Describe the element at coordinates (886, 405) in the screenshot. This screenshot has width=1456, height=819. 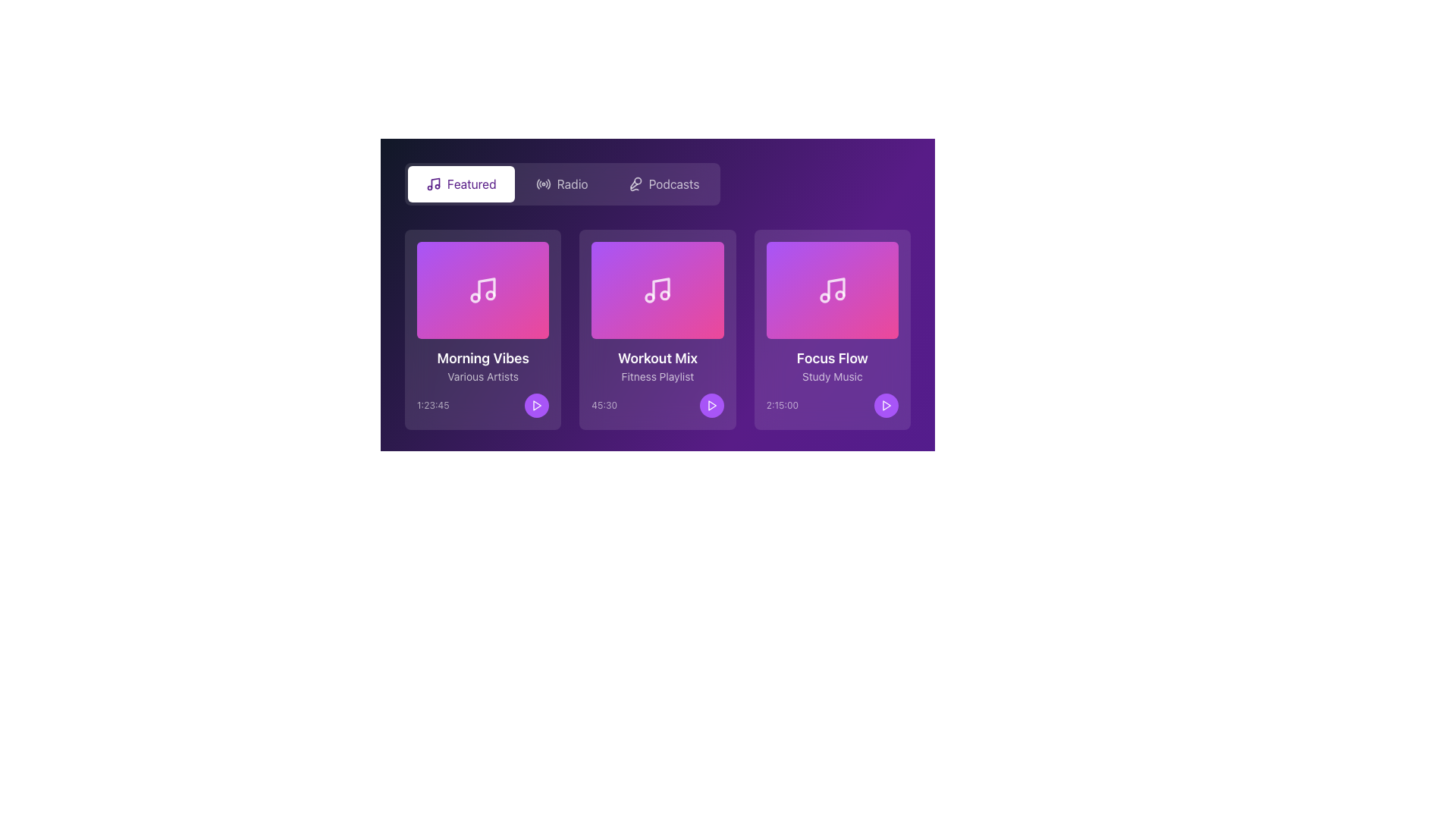
I see `the playback button for the 'Focus Flow' music playlist` at that location.